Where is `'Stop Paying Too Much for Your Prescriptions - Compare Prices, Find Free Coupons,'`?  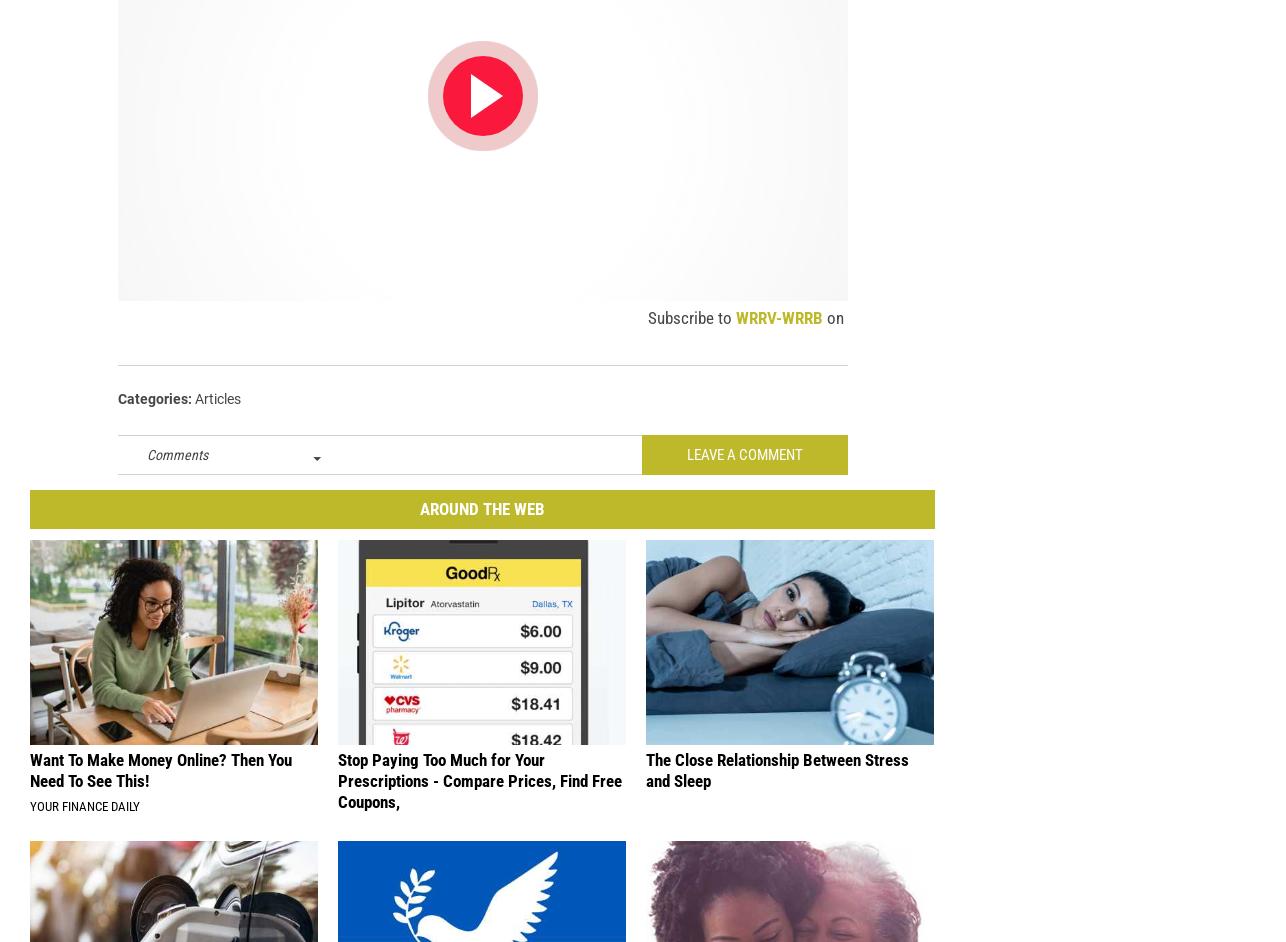
'Stop Paying Too Much for Your Prescriptions - Compare Prices, Find Free Coupons,' is located at coordinates (336, 792).